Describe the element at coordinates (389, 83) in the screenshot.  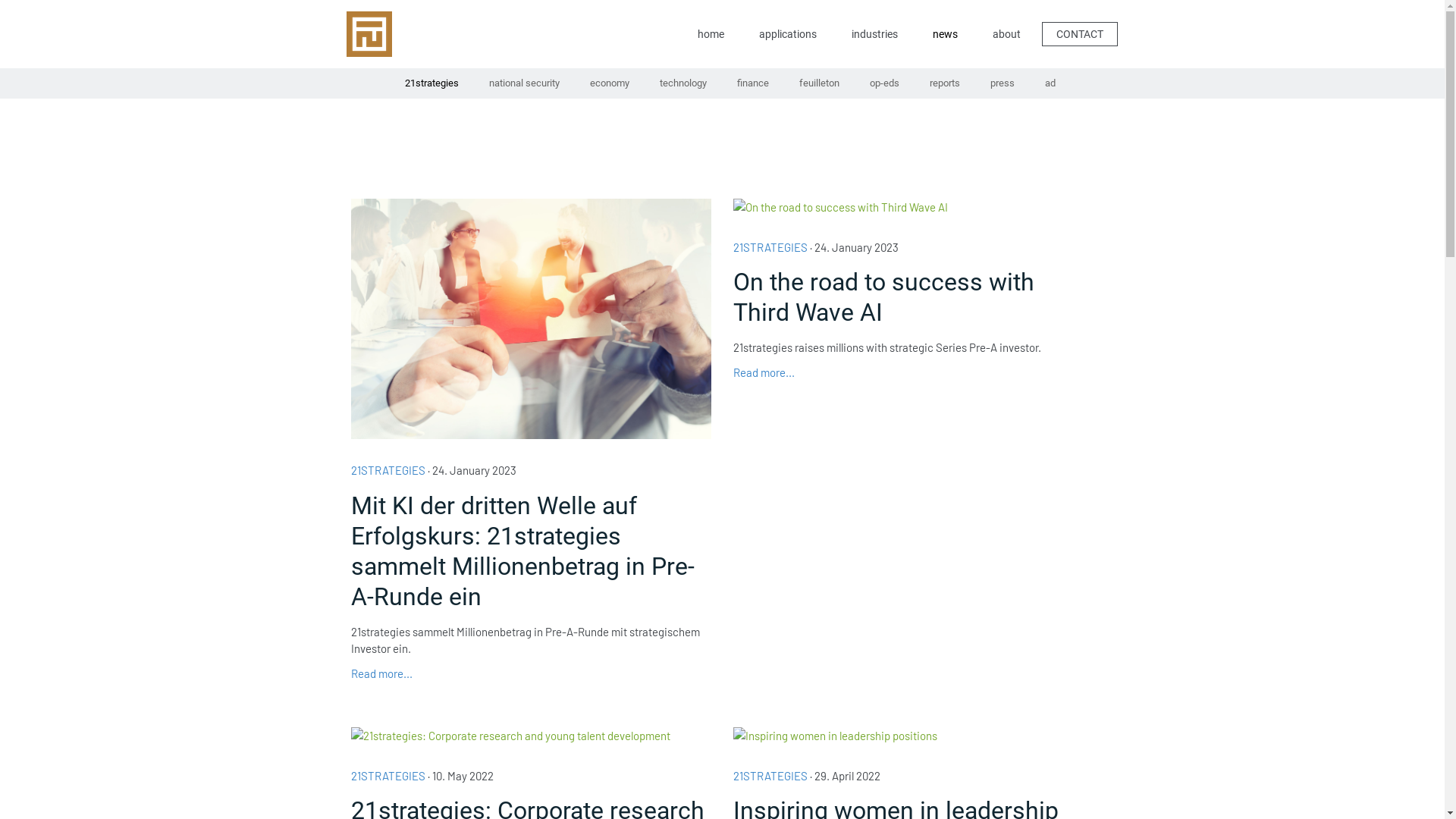
I see `'21strategies'` at that location.